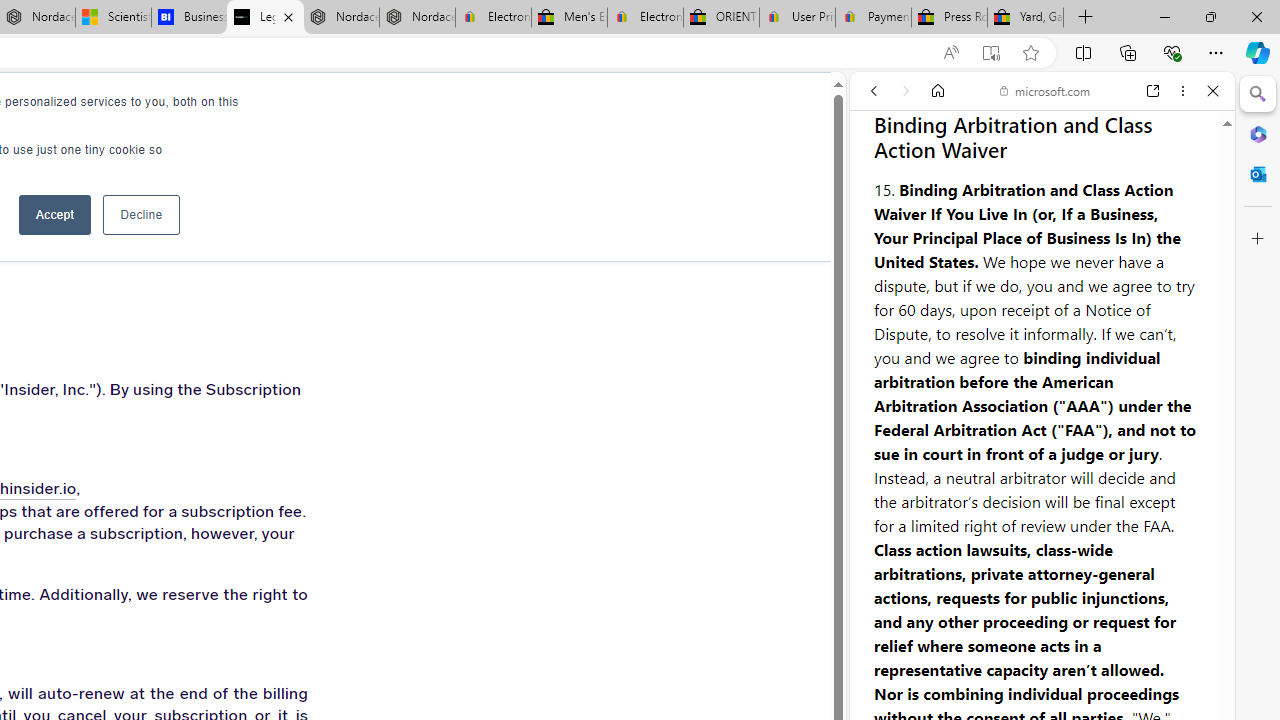 The image size is (1280, 720). What do you see at coordinates (796, 17) in the screenshot?
I see `'User Privacy Notice | eBay'` at bounding box center [796, 17].